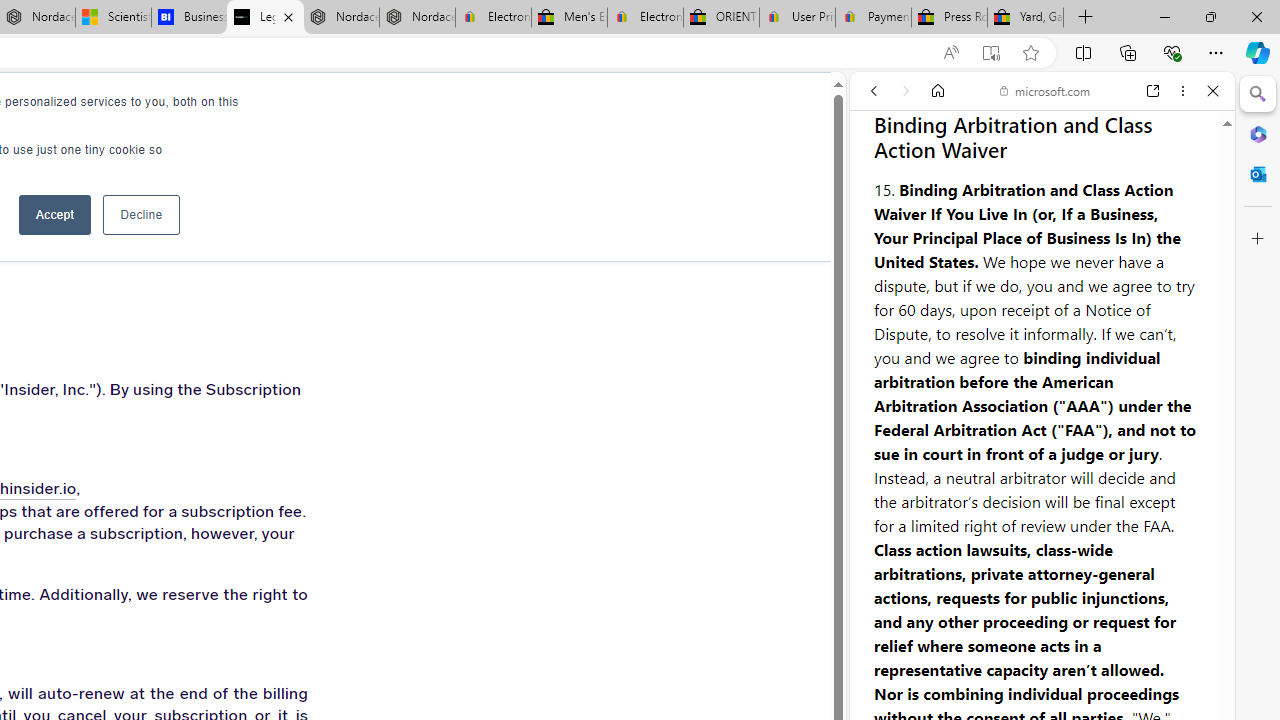 The image size is (1280, 720). What do you see at coordinates (796, 17) in the screenshot?
I see `'User Privacy Notice | eBay'` at bounding box center [796, 17].